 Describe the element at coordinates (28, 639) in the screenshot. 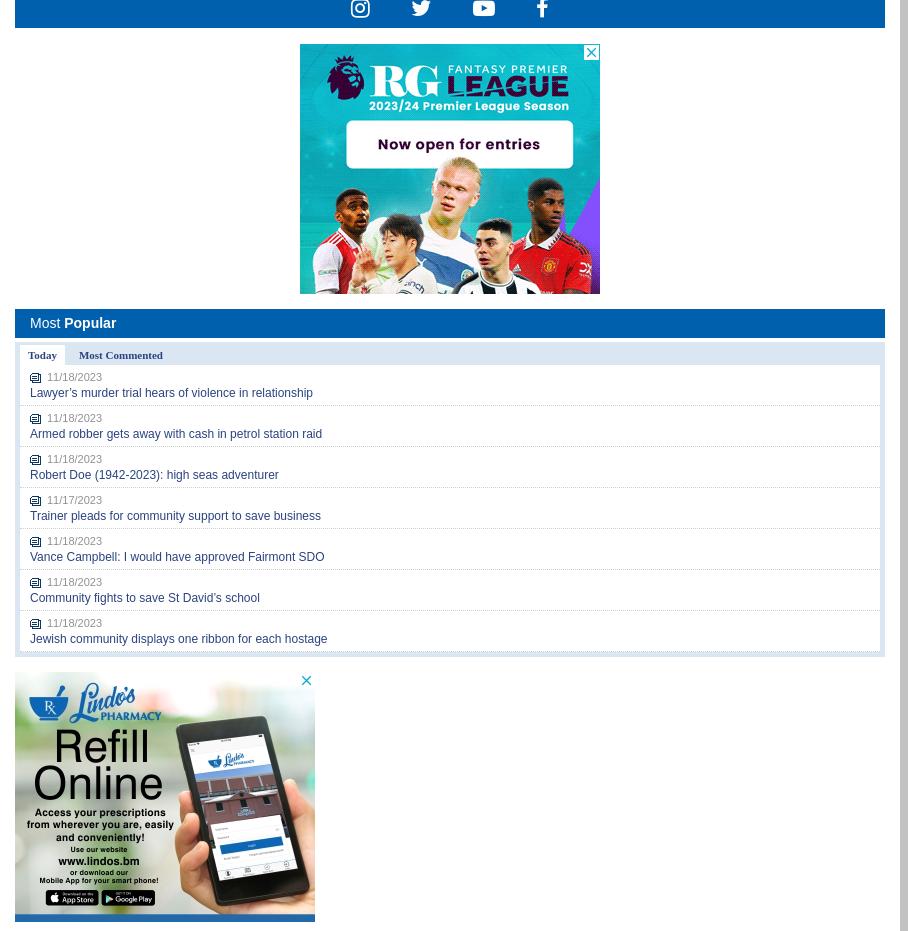

I see `'Jewish community displays one ribbon for each hostage'` at that location.